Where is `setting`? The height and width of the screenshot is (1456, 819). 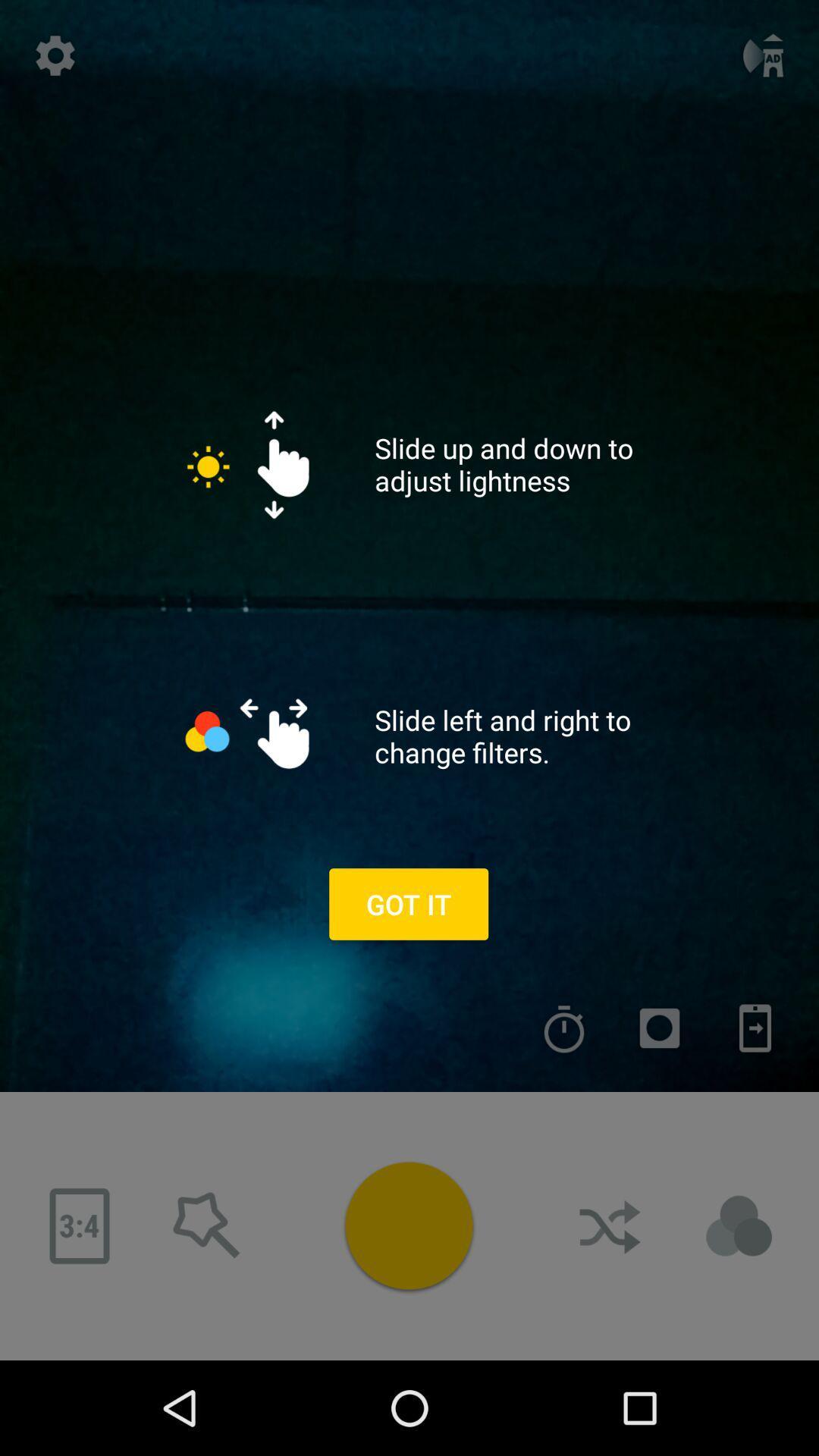
setting is located at coordinates (55, 55).